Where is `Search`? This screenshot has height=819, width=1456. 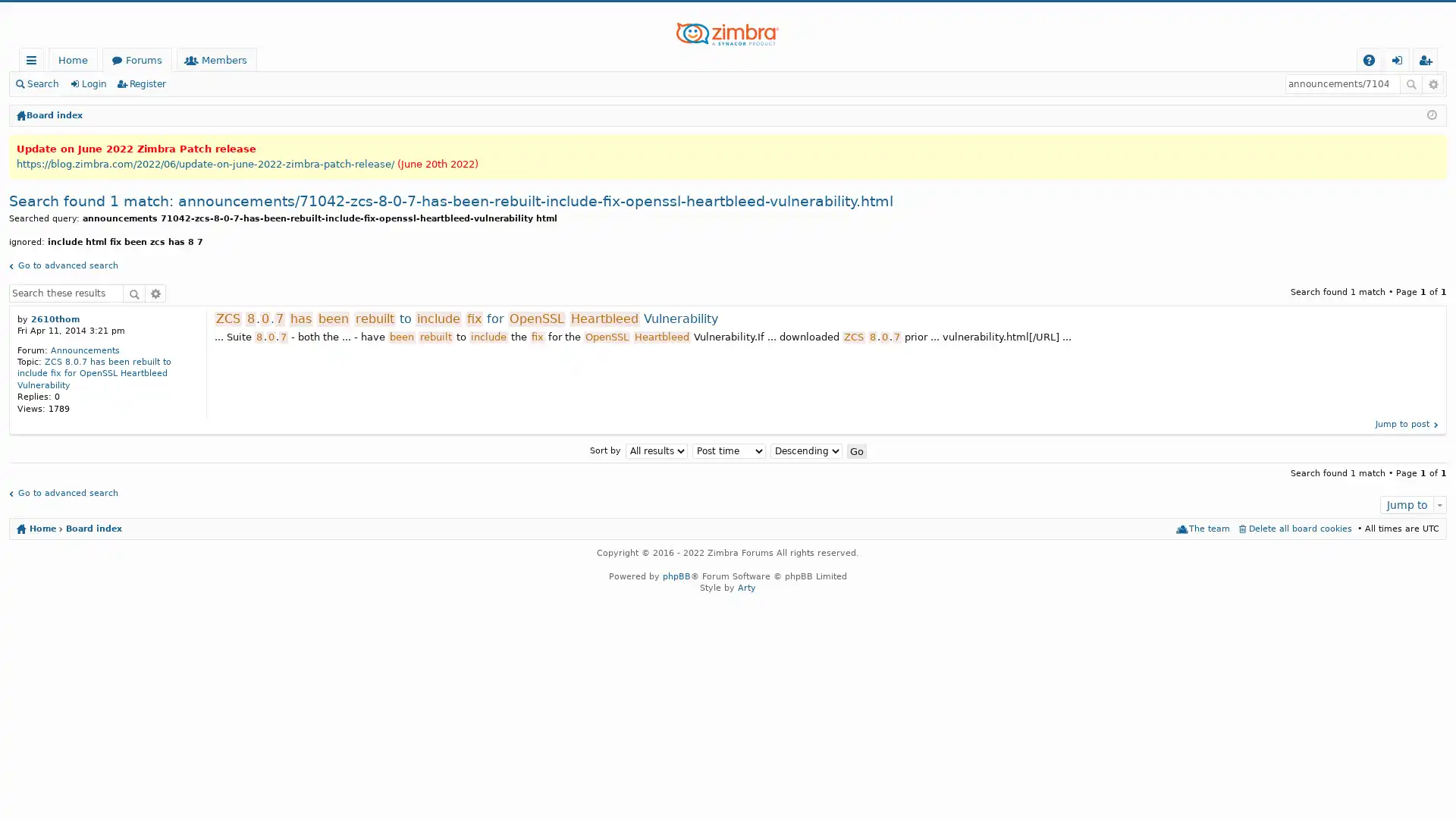
Search is located at coordinates (1410, 84).